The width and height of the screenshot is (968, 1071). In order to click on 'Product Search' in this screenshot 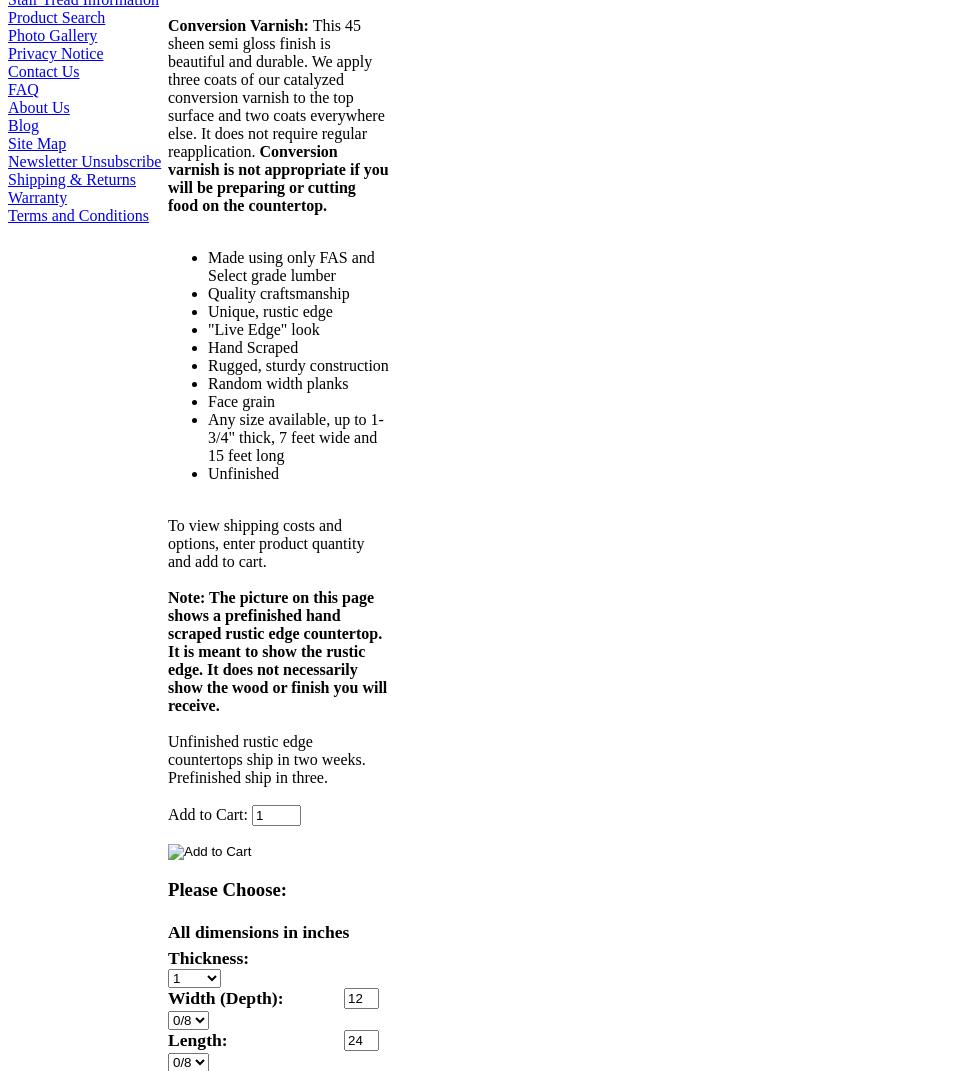, I will do `click(55, 15)`.